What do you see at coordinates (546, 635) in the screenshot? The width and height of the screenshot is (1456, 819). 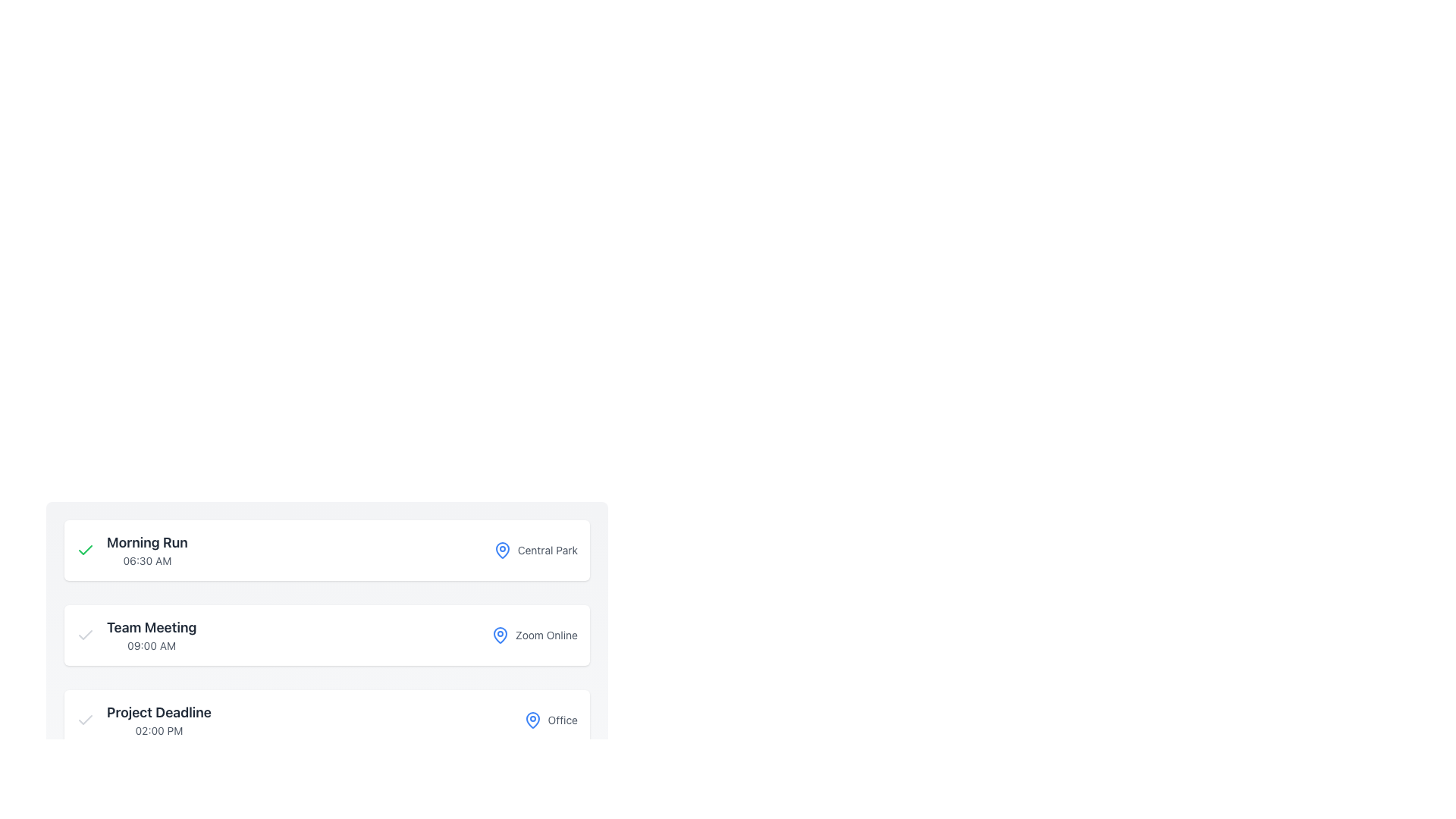 I see `the text label indicating the meeting's location type, which describes the meeting as online and is positioned in the middle of the interface as the last sibling element after a blue location icon` at bounding box center [546, 635].